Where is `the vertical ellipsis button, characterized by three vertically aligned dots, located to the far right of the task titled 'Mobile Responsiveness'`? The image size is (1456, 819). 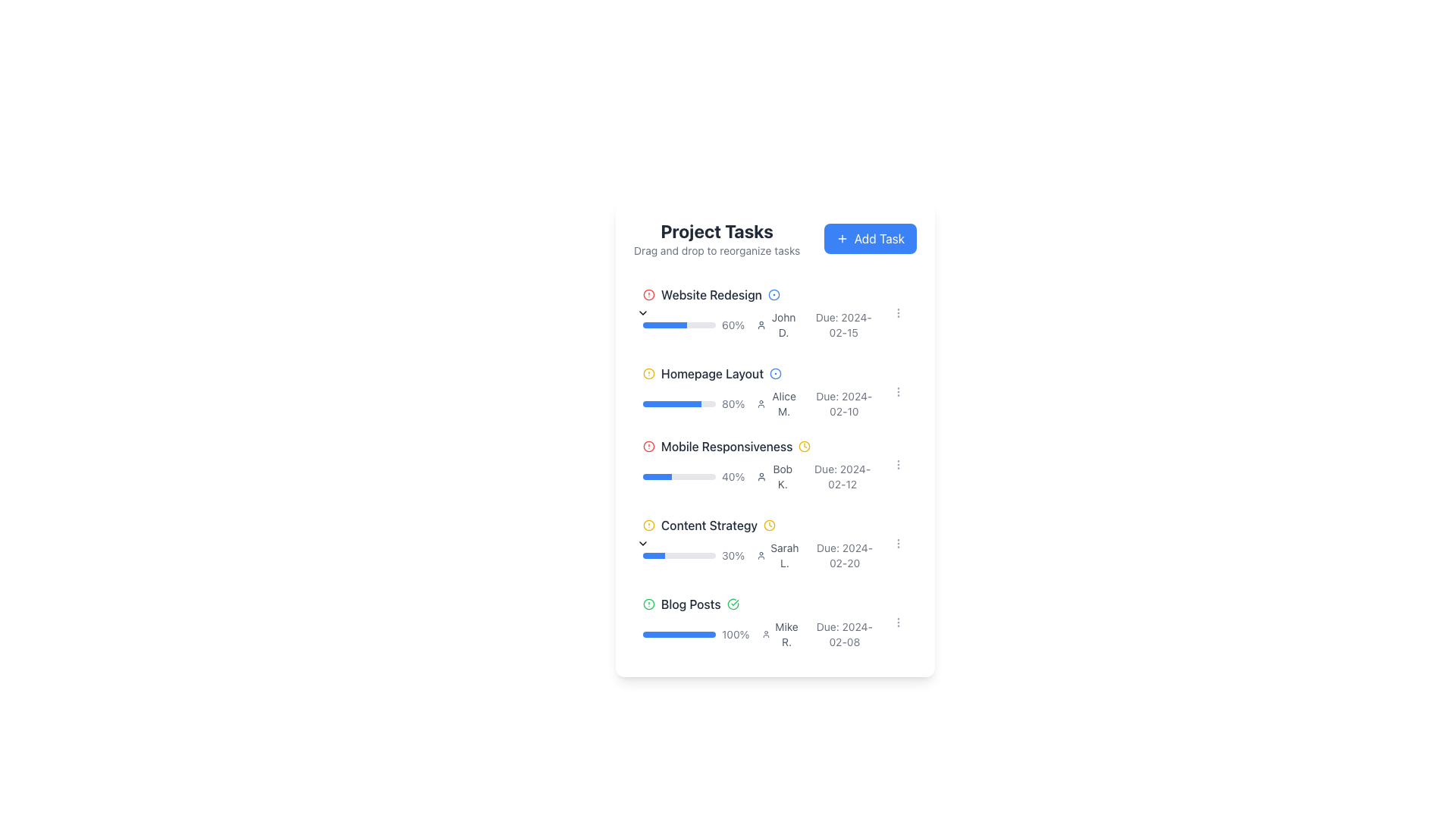
the vertical ellipsis button, characterized by three vertically aligned dots, located to the far right of the task titled 'Mobile Responsiveness' is located at coordinates (899, 623).